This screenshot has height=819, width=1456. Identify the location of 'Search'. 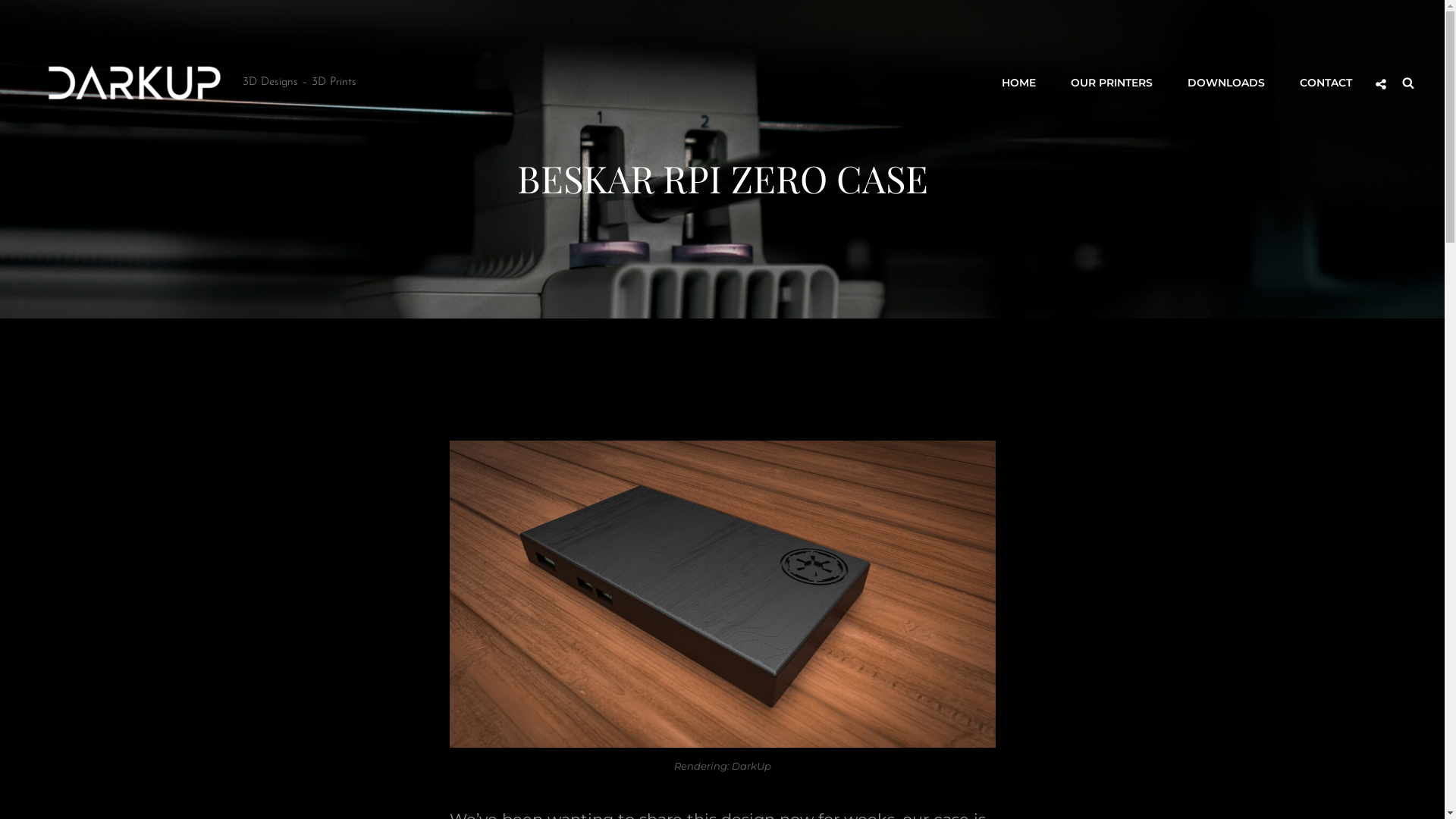
(1407, 82).